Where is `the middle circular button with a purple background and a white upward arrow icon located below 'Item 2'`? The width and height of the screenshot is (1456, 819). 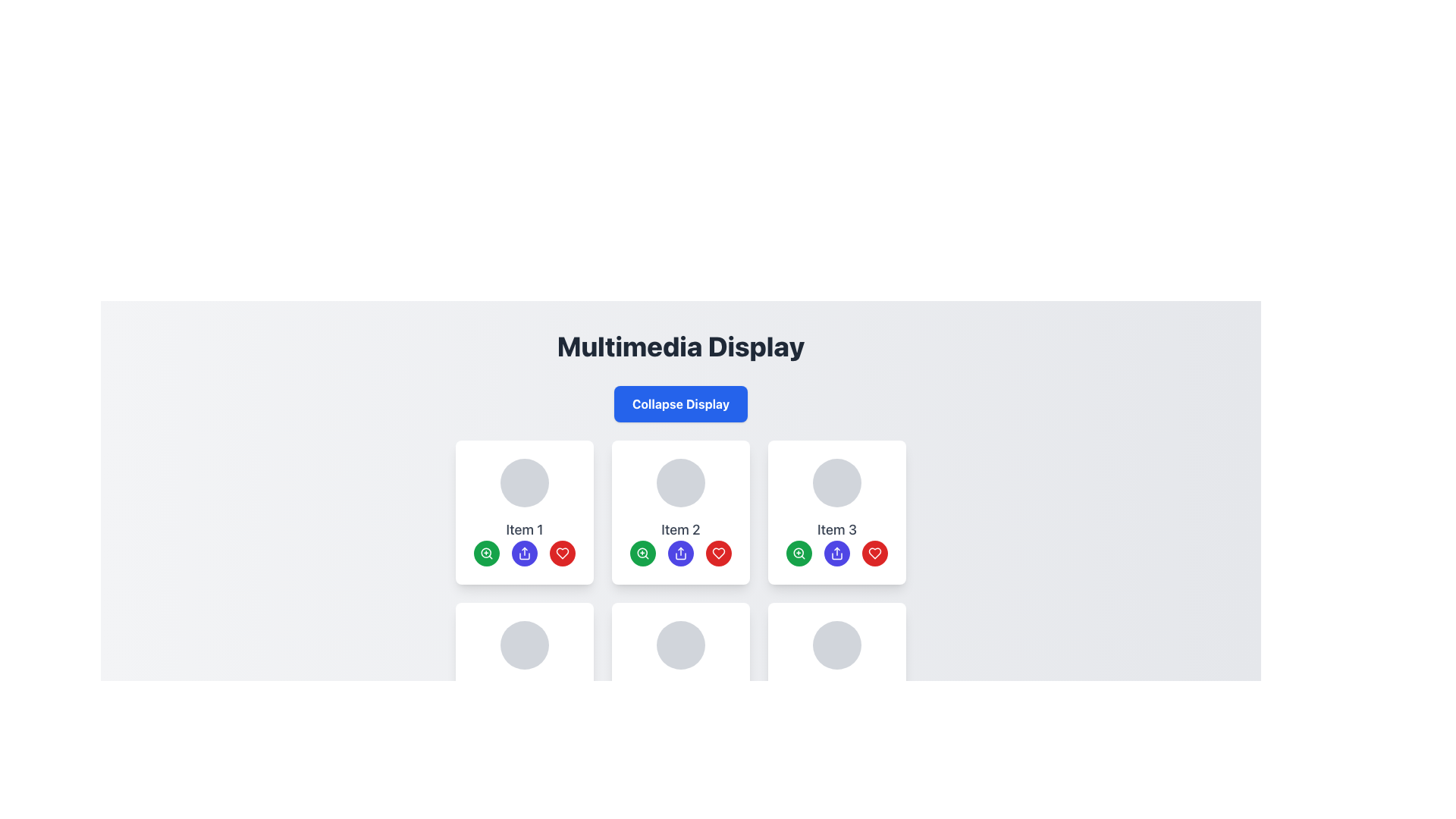 the middle circular button with a purple background and a white upward arrow icon located below 'Item 2' is located at coordinates (679, 553).